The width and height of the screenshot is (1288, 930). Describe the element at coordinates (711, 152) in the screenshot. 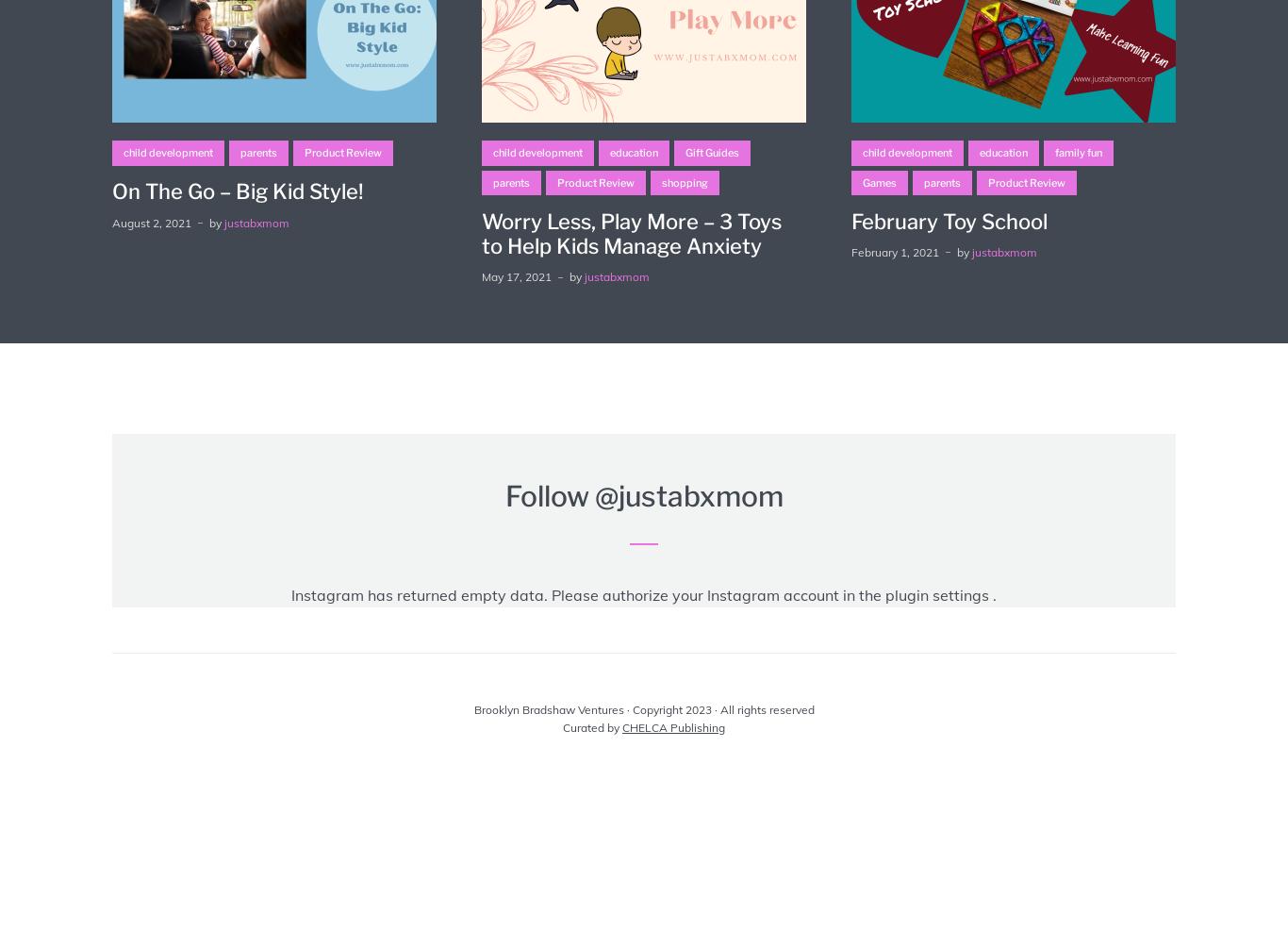

I see `'Gift Guides'` at that location.